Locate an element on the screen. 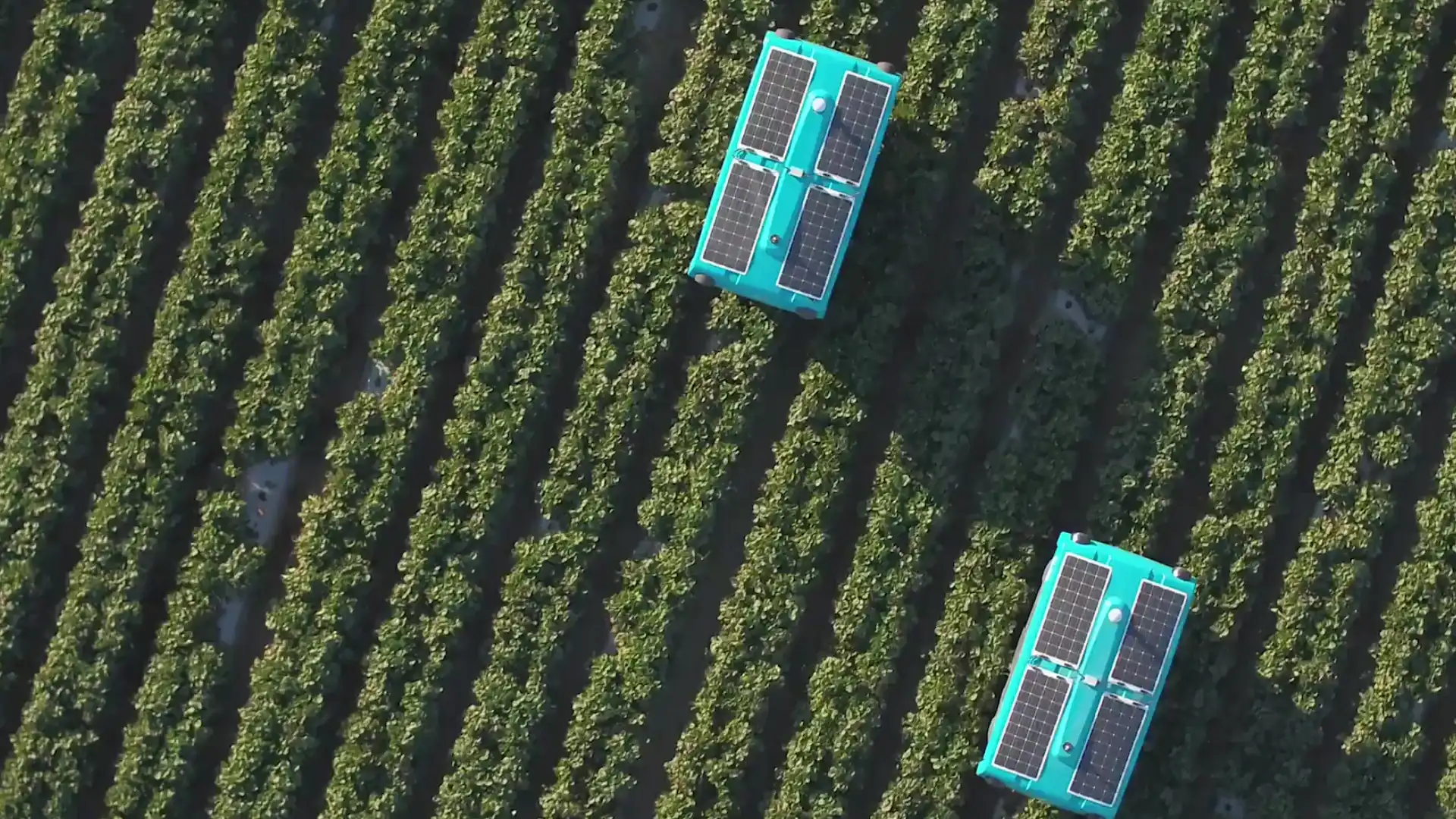 This screenshot has width=1456, height=819. Testing in the Australian skies Project Wing begins delivering food and other goods to families in rural areas around Canberra, Australia. is located at coordinates (768, 115).